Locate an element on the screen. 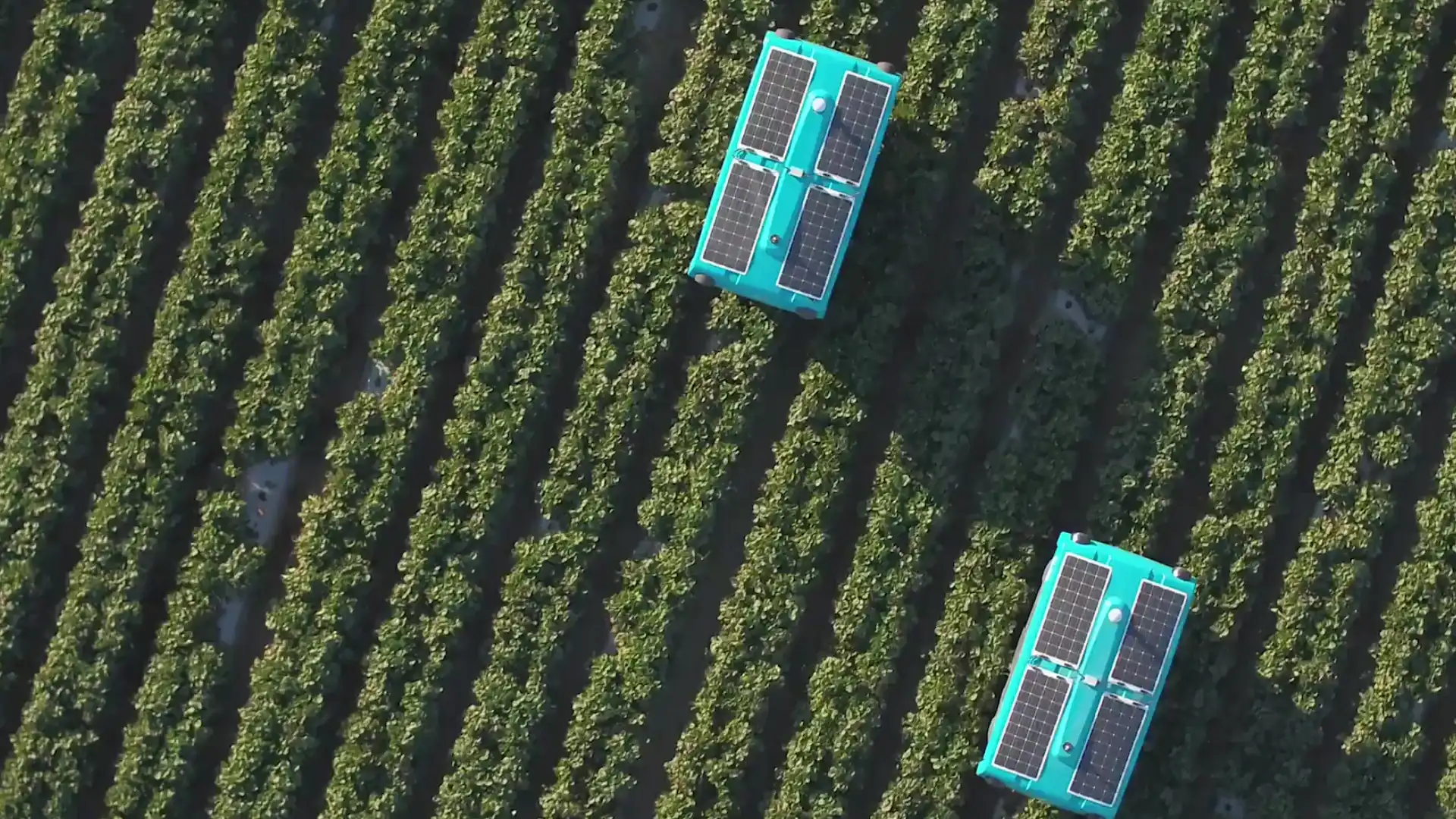 This screenshot has width=1456, height=819. Testing in the Australian skies Project Wing begins delivering food and other goods to families in rural areas around Canberra, Australia. is located at coordinates (768, 115).